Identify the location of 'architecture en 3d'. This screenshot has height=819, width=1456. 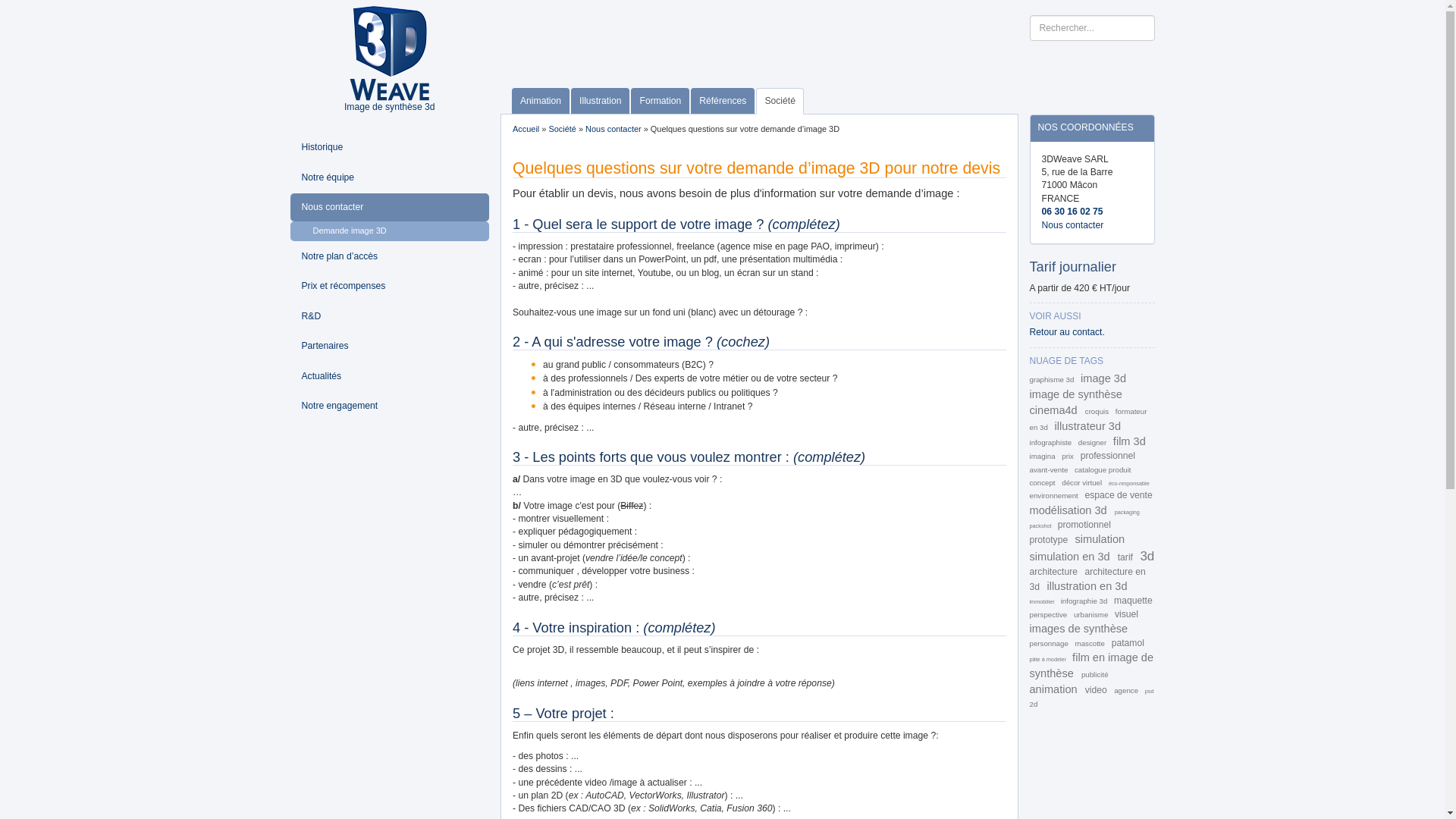
(1087, 579).